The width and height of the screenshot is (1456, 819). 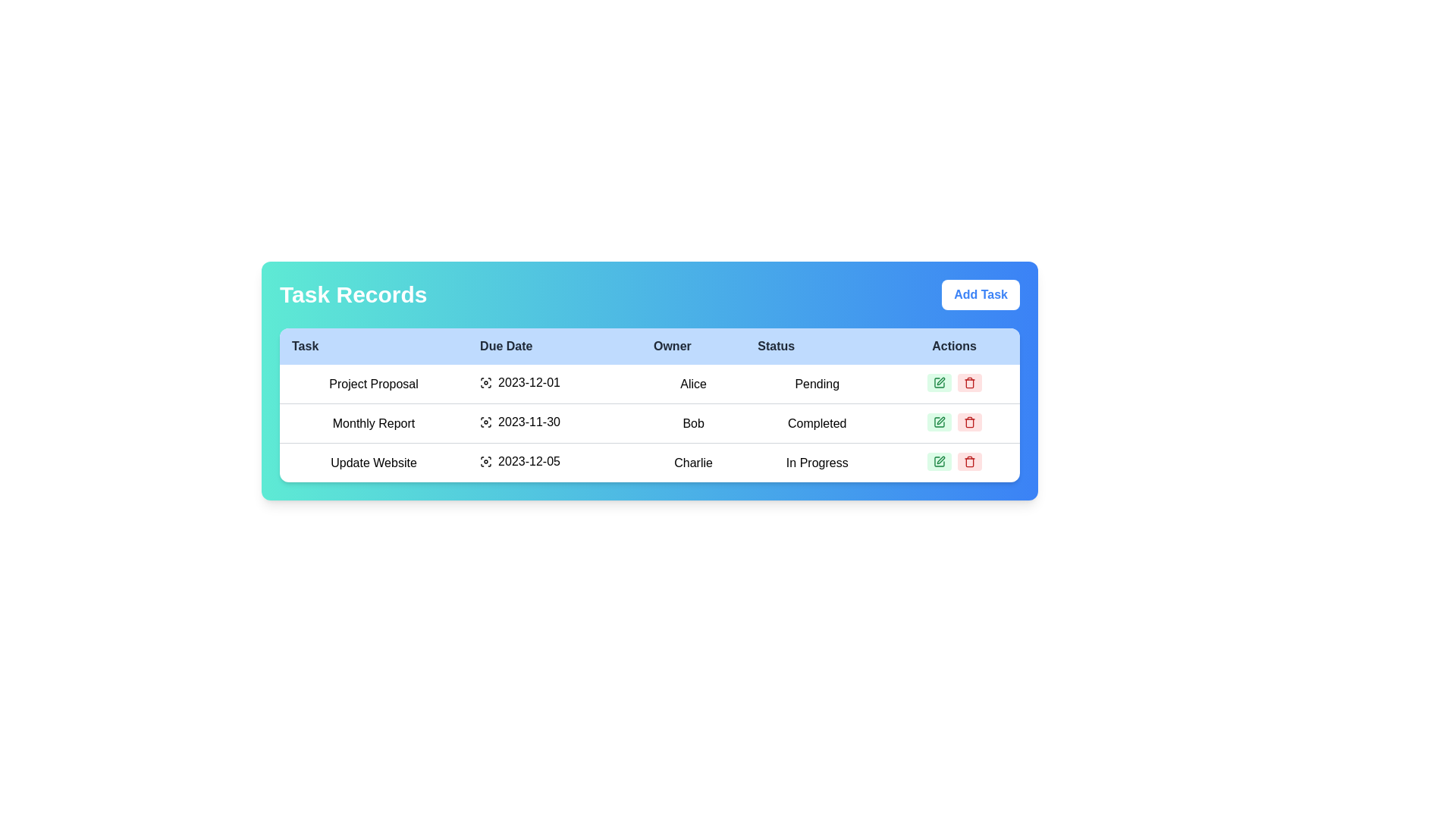 I want to click on the red button with a trash bin icon located at the right end of the 'Actions' column in the topmost row of the table, so click(x=968, y=382).